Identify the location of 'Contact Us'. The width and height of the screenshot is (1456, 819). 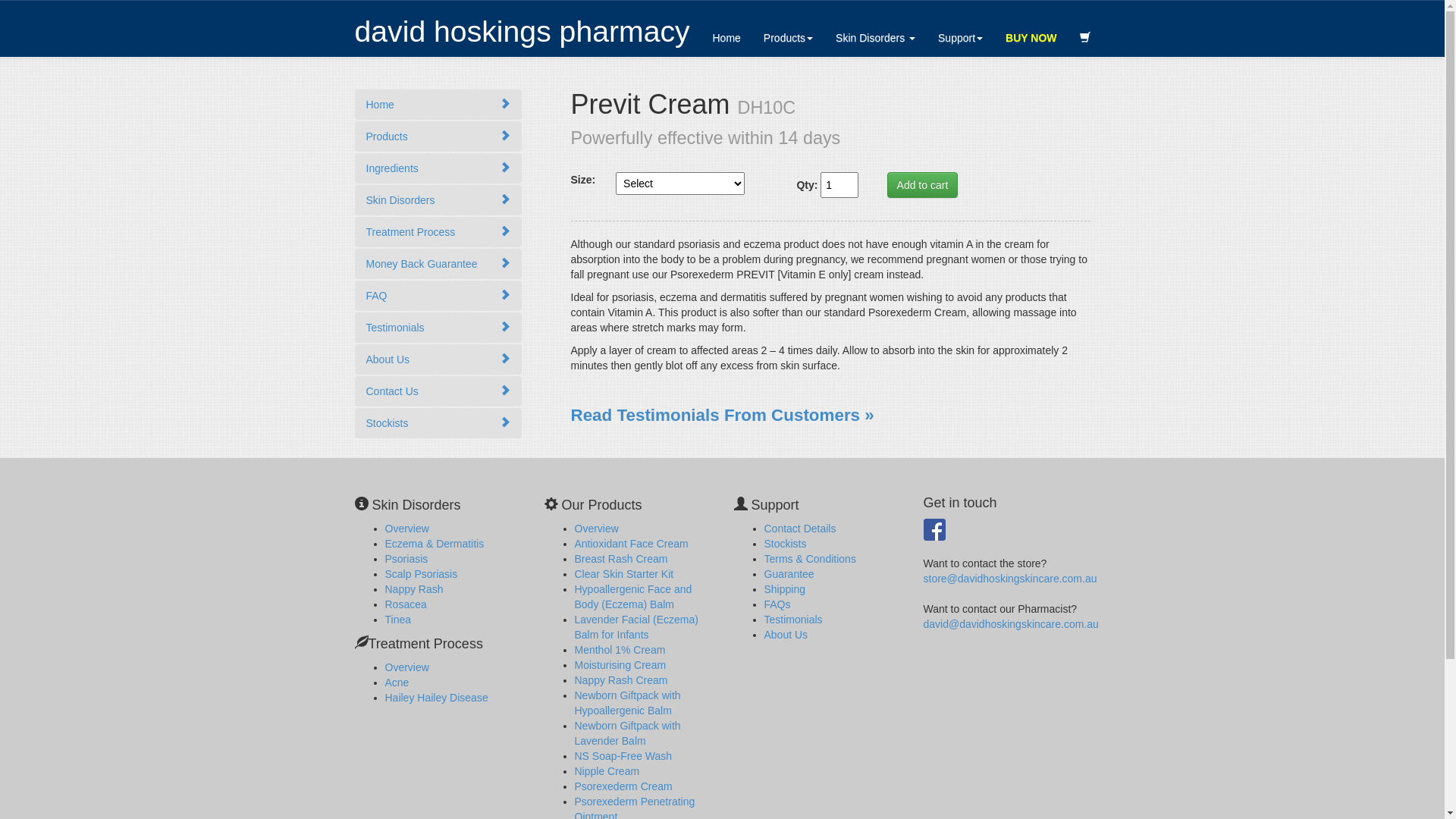
(437, 391).